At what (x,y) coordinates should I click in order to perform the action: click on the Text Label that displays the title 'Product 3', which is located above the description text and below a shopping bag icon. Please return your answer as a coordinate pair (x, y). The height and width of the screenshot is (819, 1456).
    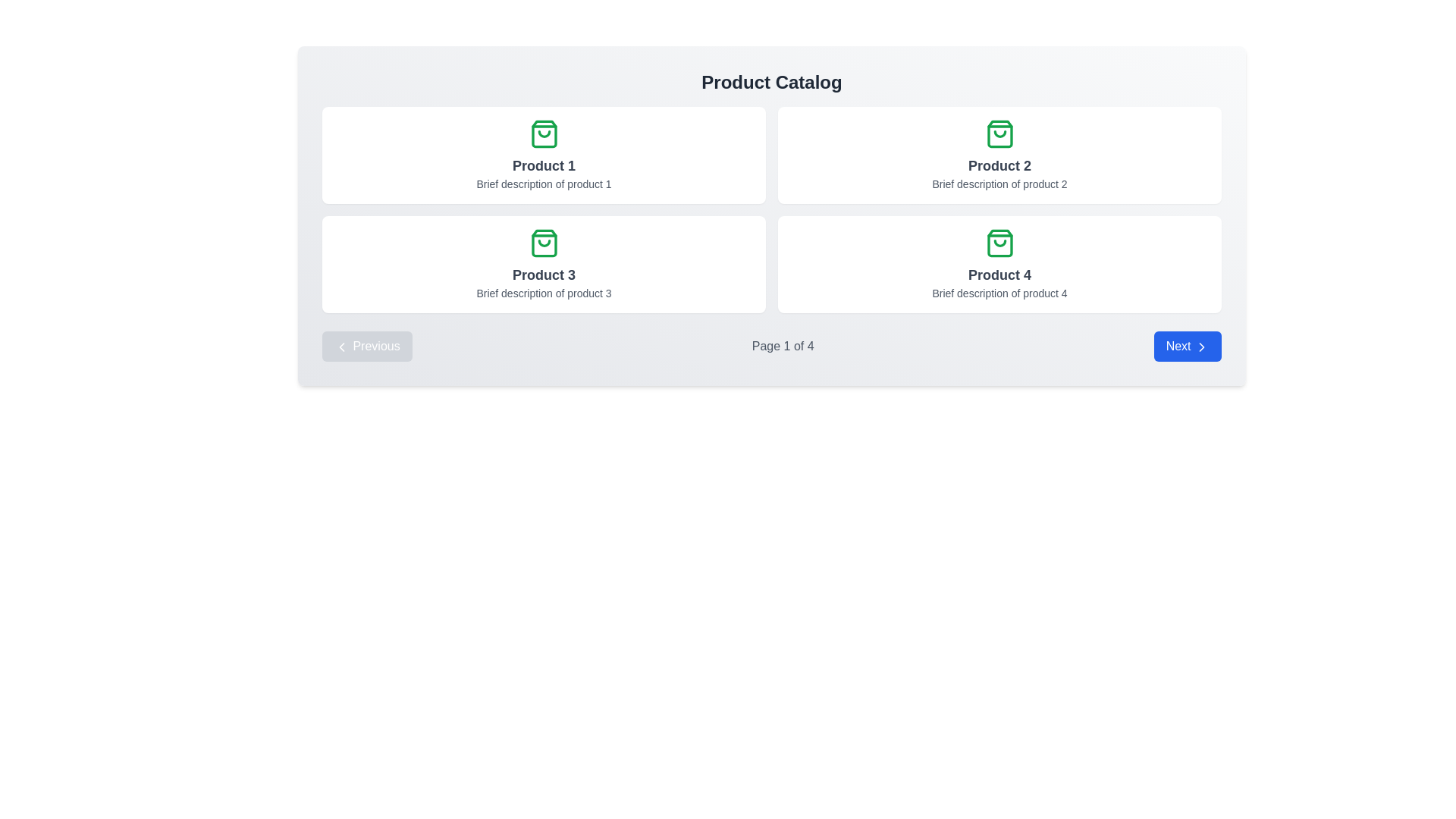
    Looking at the image, I should click on (544, 275).